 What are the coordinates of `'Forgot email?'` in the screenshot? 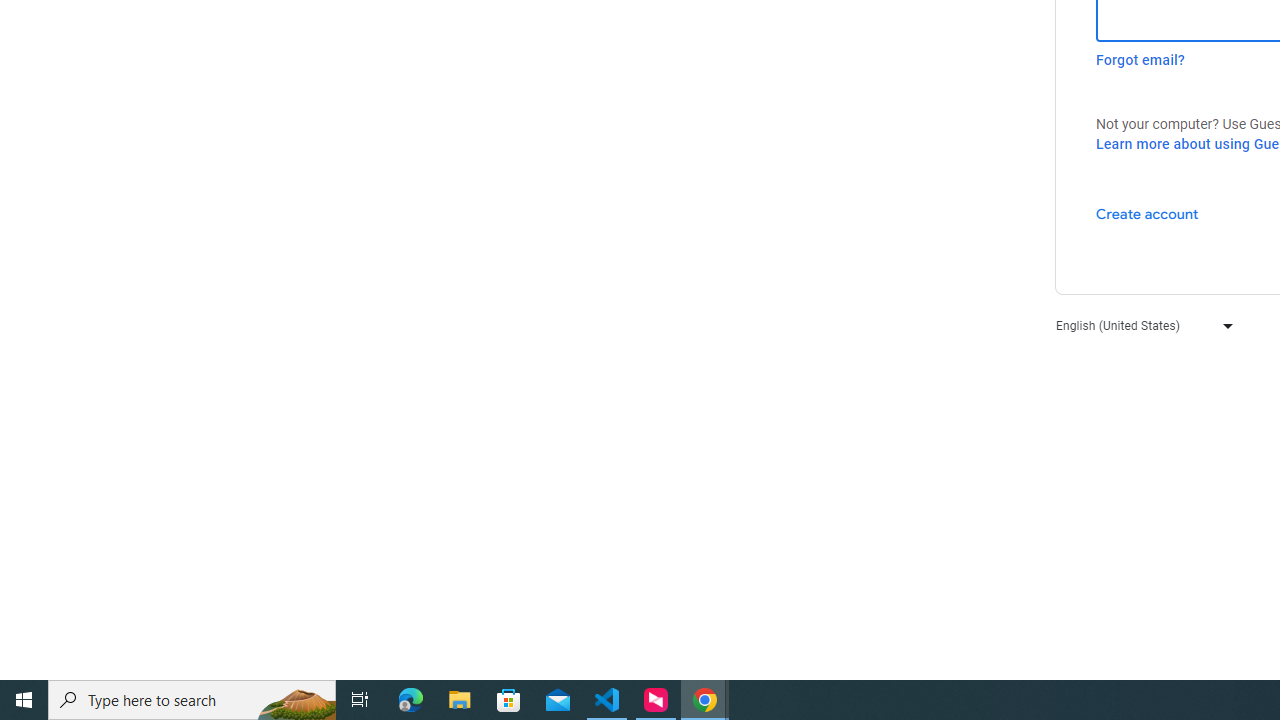 It's located at (1140, 59).